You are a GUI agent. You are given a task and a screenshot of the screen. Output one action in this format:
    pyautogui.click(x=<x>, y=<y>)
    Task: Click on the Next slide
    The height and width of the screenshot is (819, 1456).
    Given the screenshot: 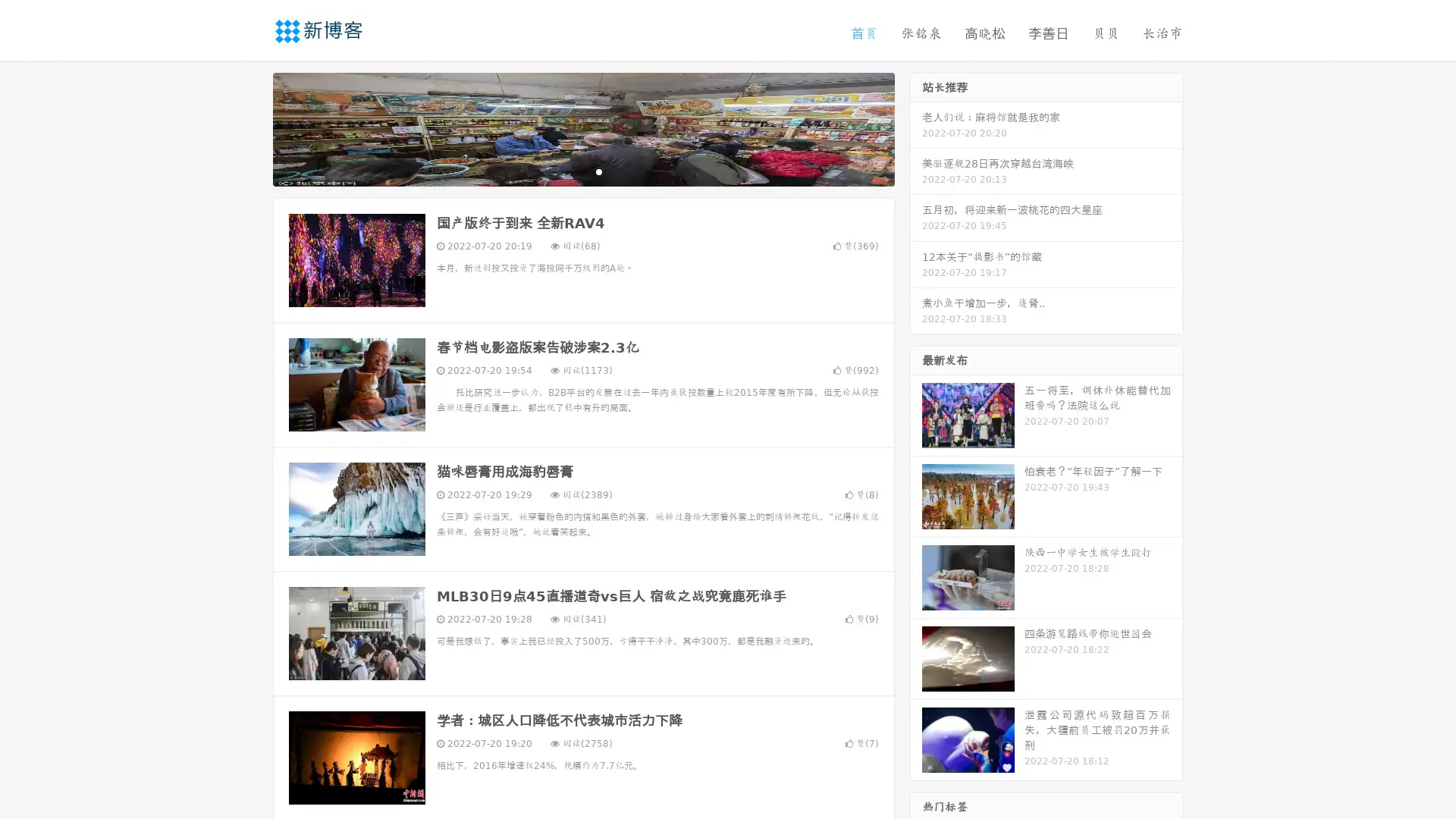 What is the action you would take?
    pyautogui.click(x=916, y=127)
    